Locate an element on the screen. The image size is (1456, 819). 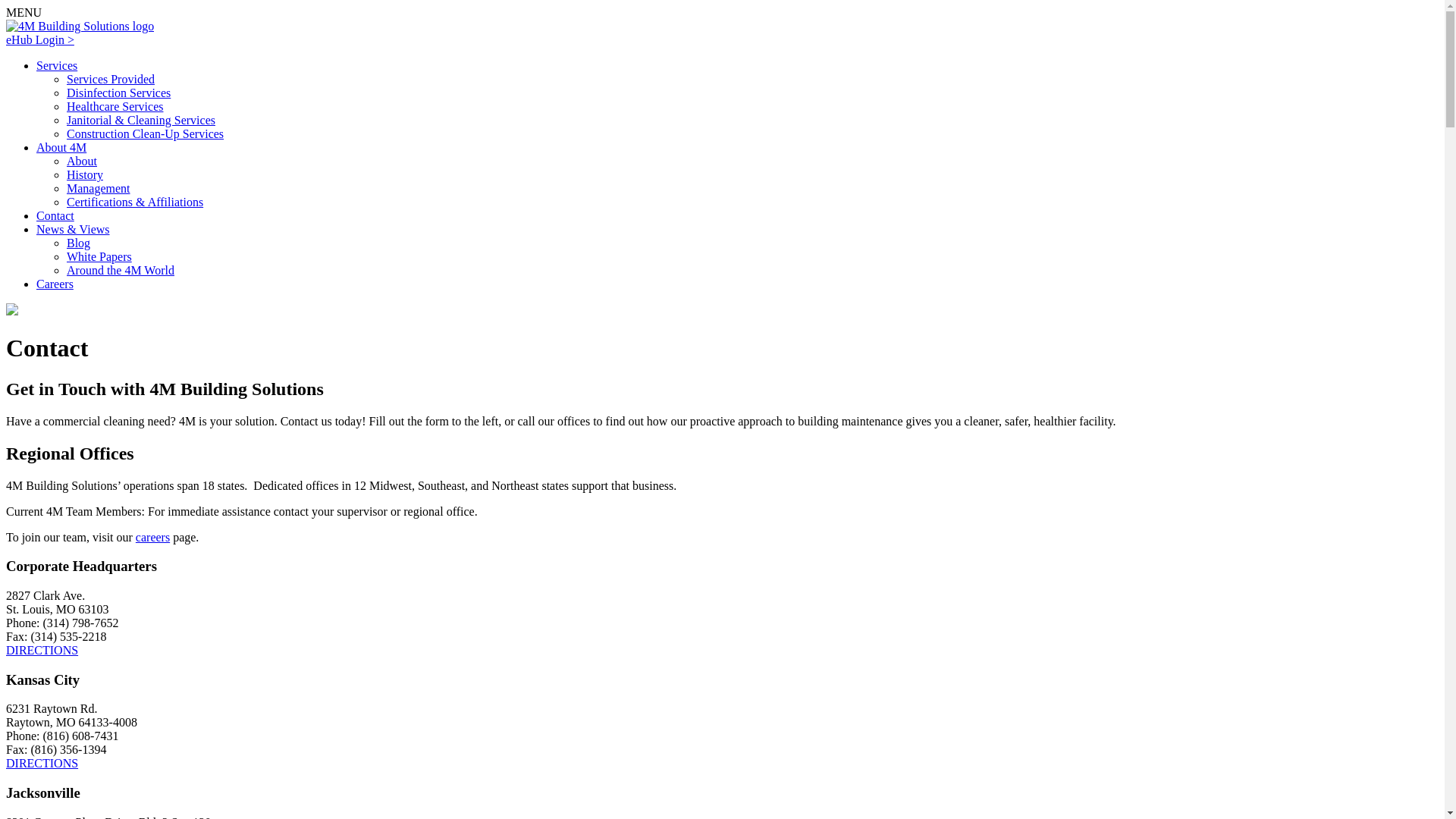
'DIRECTIONS' is located at coordinates (42, 763).